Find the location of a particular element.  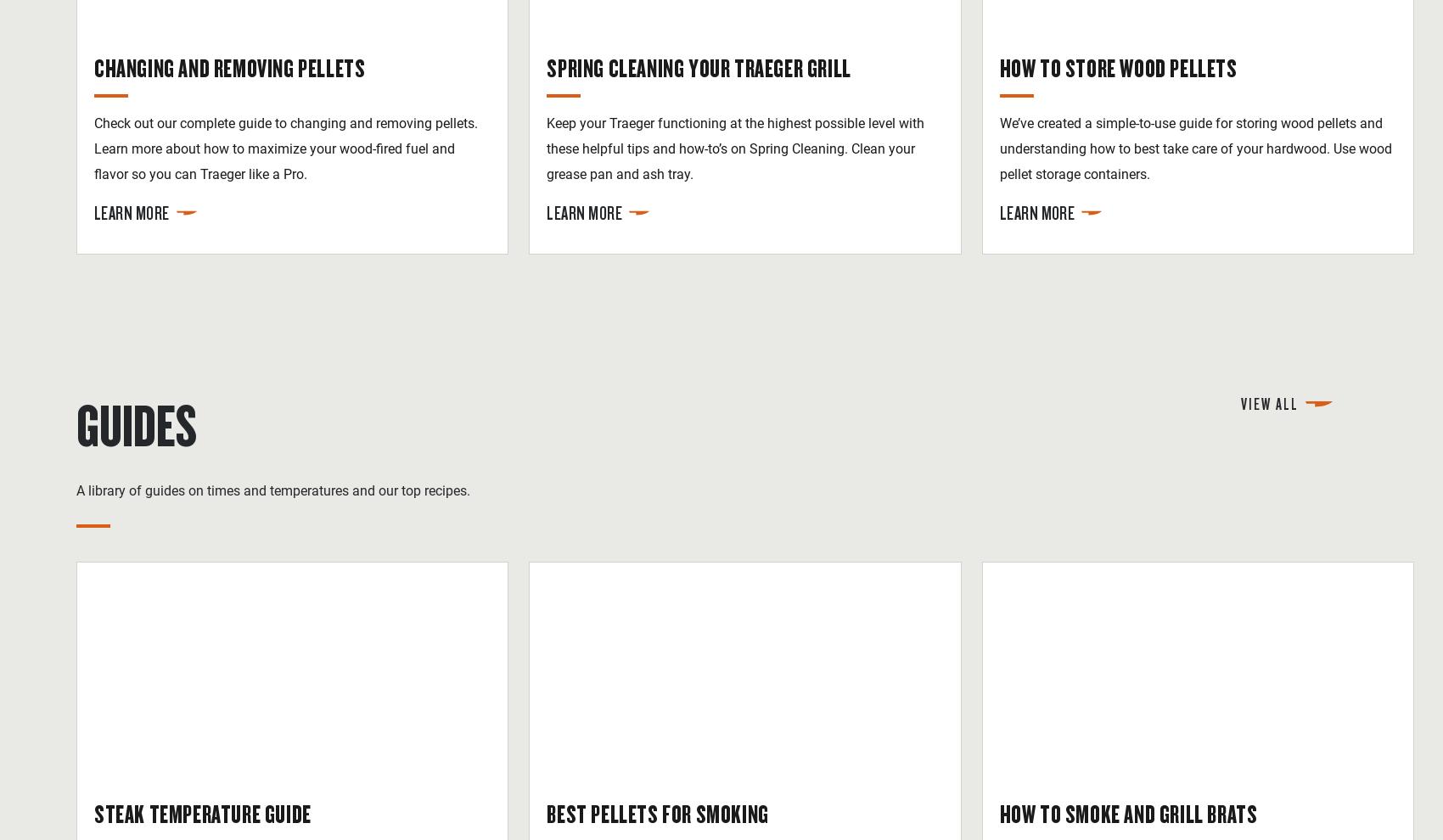

'A library of guides on times and temperatures and our top recipes.' is located at coordinates (272, 490).